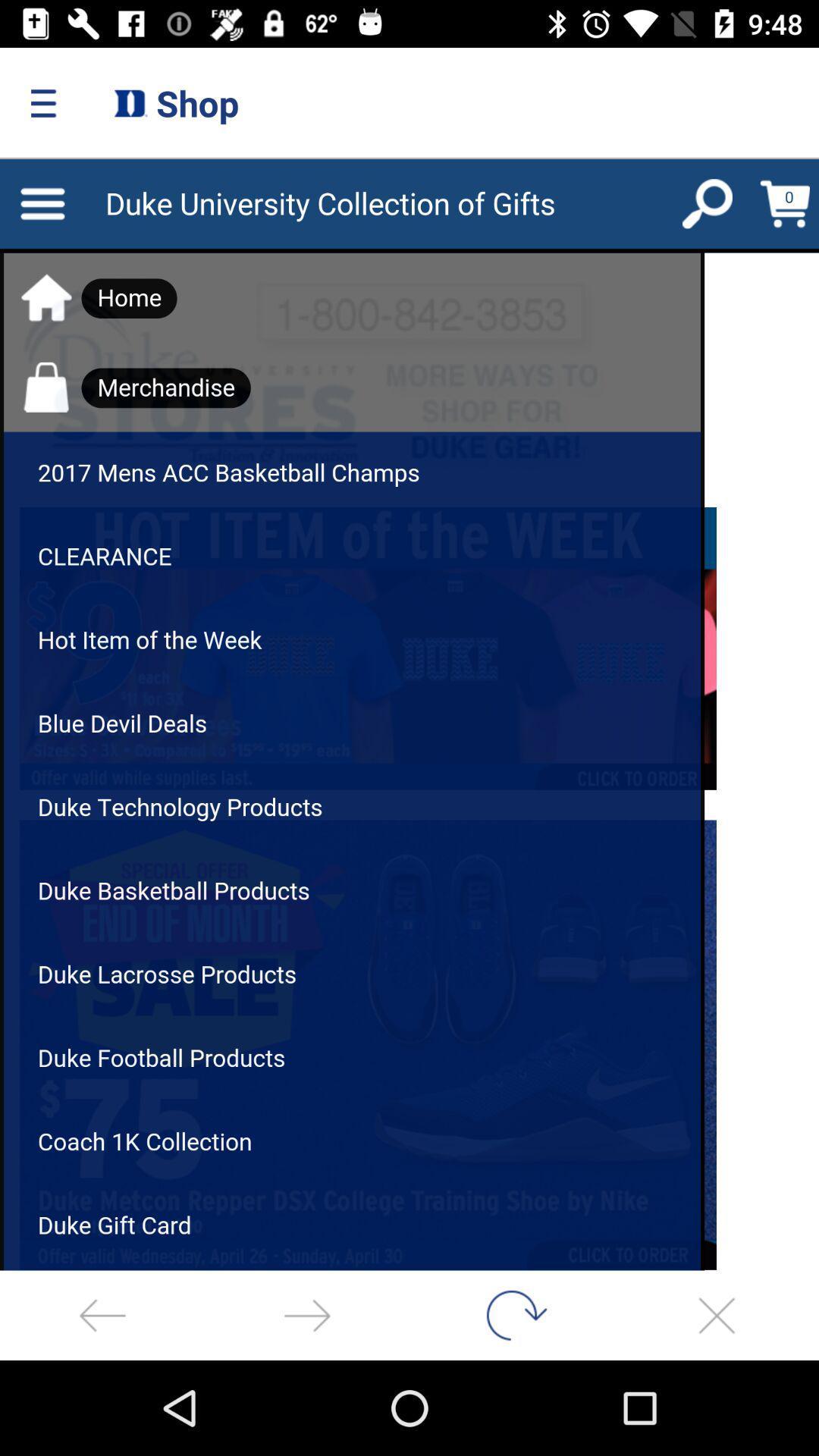 The height and width of the screenshot is (1456, 819). Describe the element at coordinates (307, 1314) in the screenshot. I see `next` at that location.